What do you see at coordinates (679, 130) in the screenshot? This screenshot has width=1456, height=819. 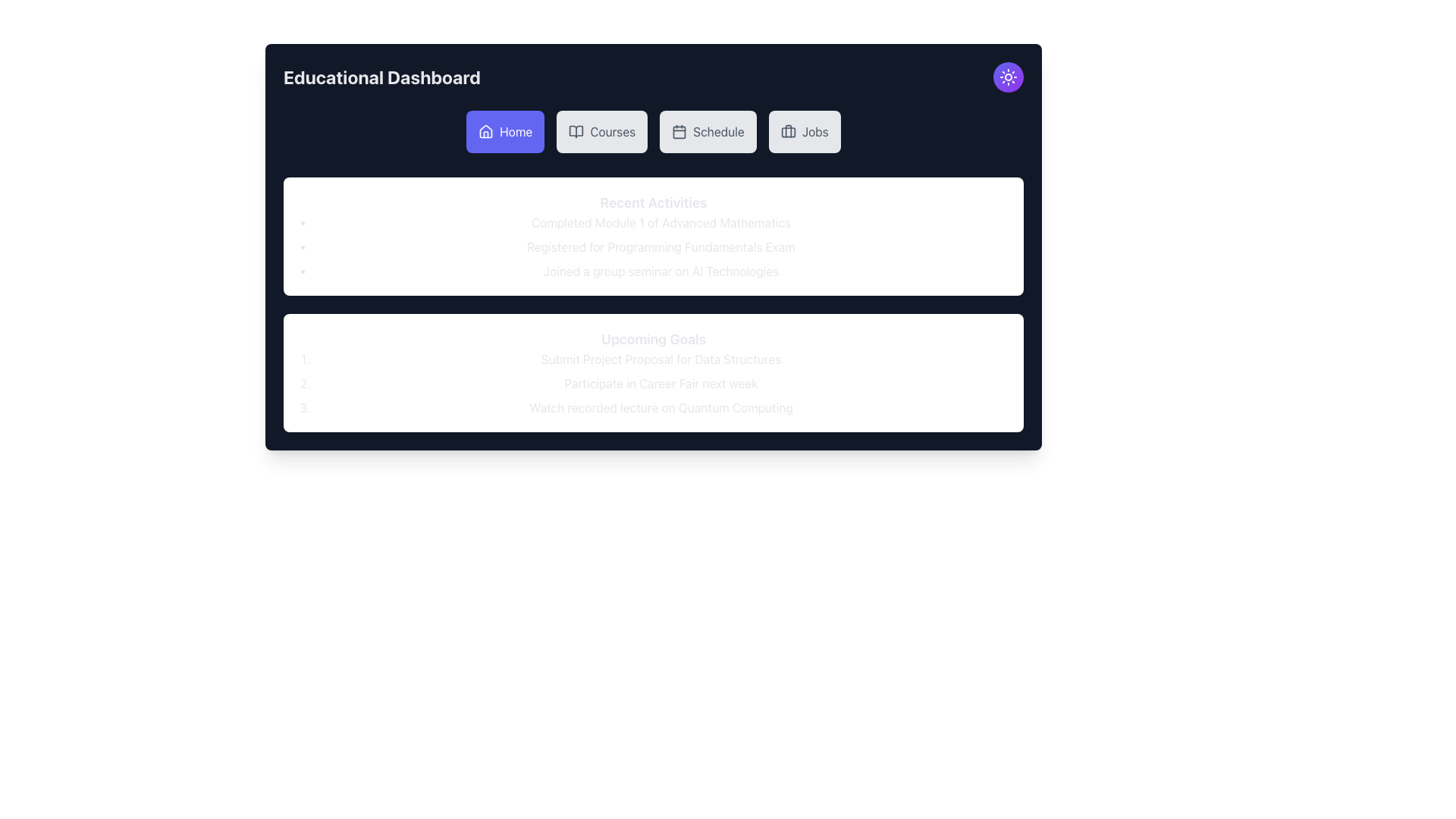 I see `the 'Schedule' icon which visually represents a calendar, located in the horizontal navigation menu at the top of the interface` at bounding box center [679, 130].